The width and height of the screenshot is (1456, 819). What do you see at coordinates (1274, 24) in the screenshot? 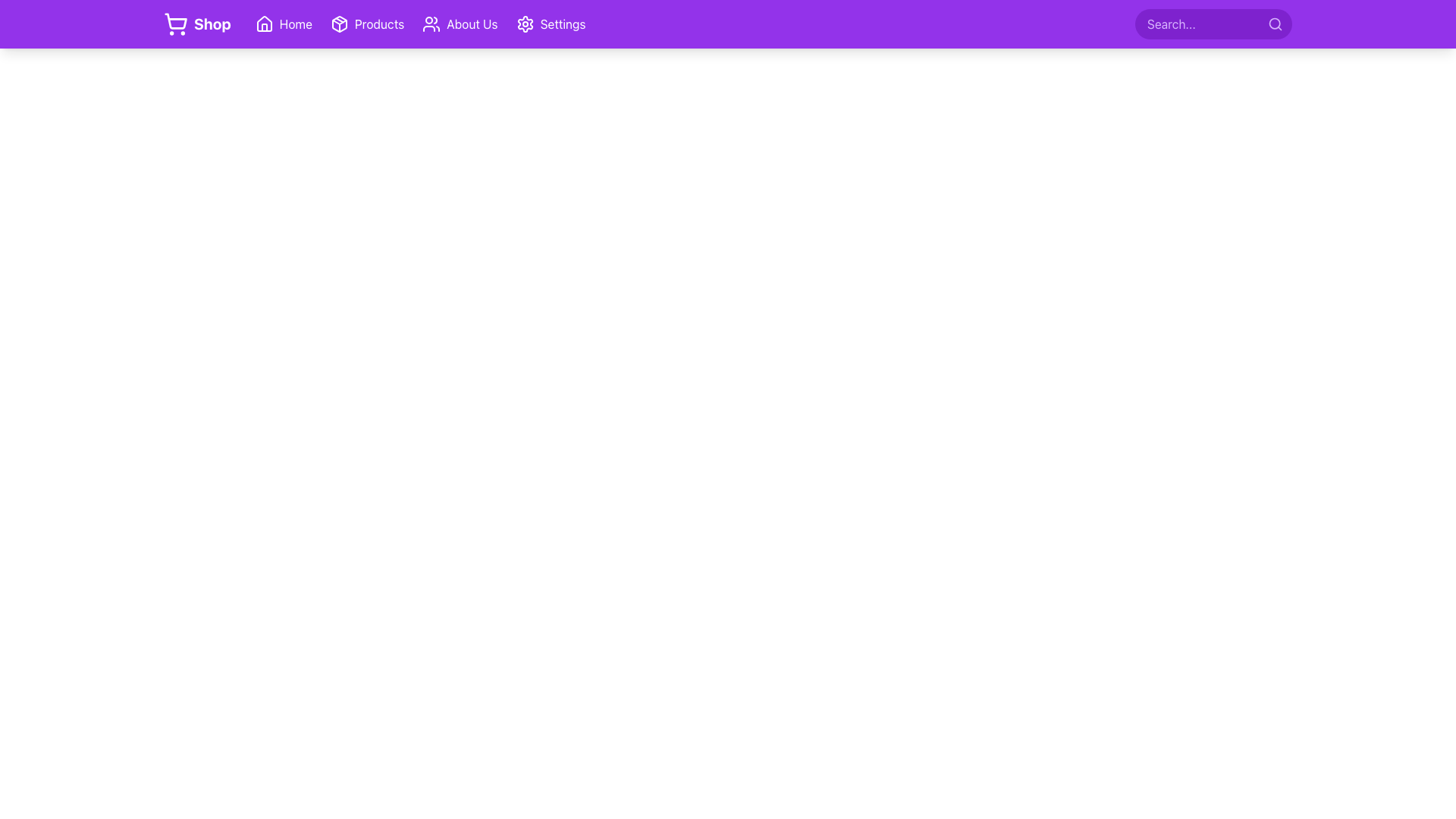
I see `the circular graphic component within the search icon located at the top-right corner of the interface` at bounding box center [1274, 24].